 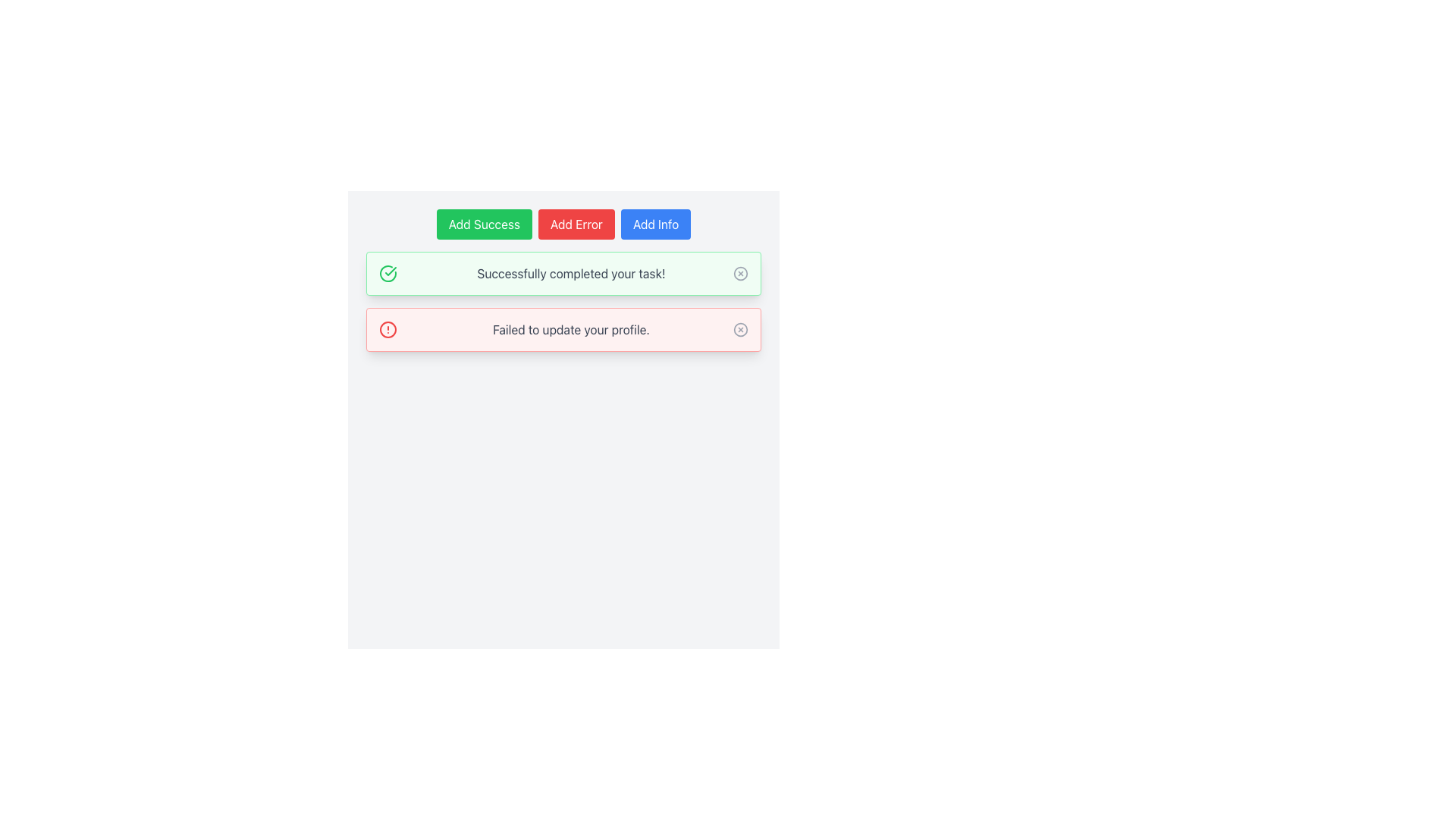 What do you see at coordinates (563, 329) in the screenshot?
I see `error message from the Alert box that has a red border and a light red background, displaying 'Failed to update your profile.'` at bounding box center [563, 329].